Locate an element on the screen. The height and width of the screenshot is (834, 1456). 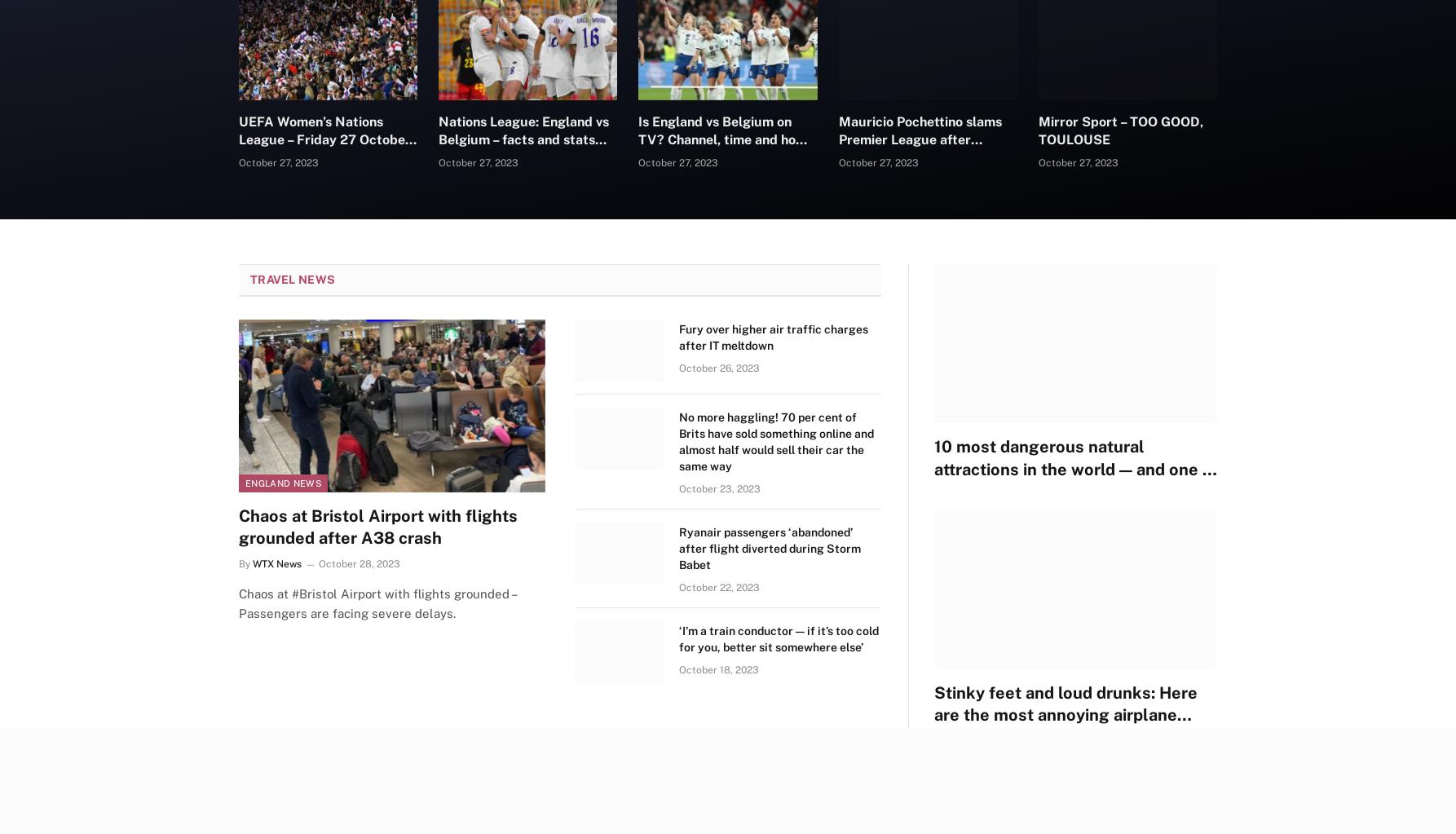
'October 18, 2023' is located at coordinates (677, 669).